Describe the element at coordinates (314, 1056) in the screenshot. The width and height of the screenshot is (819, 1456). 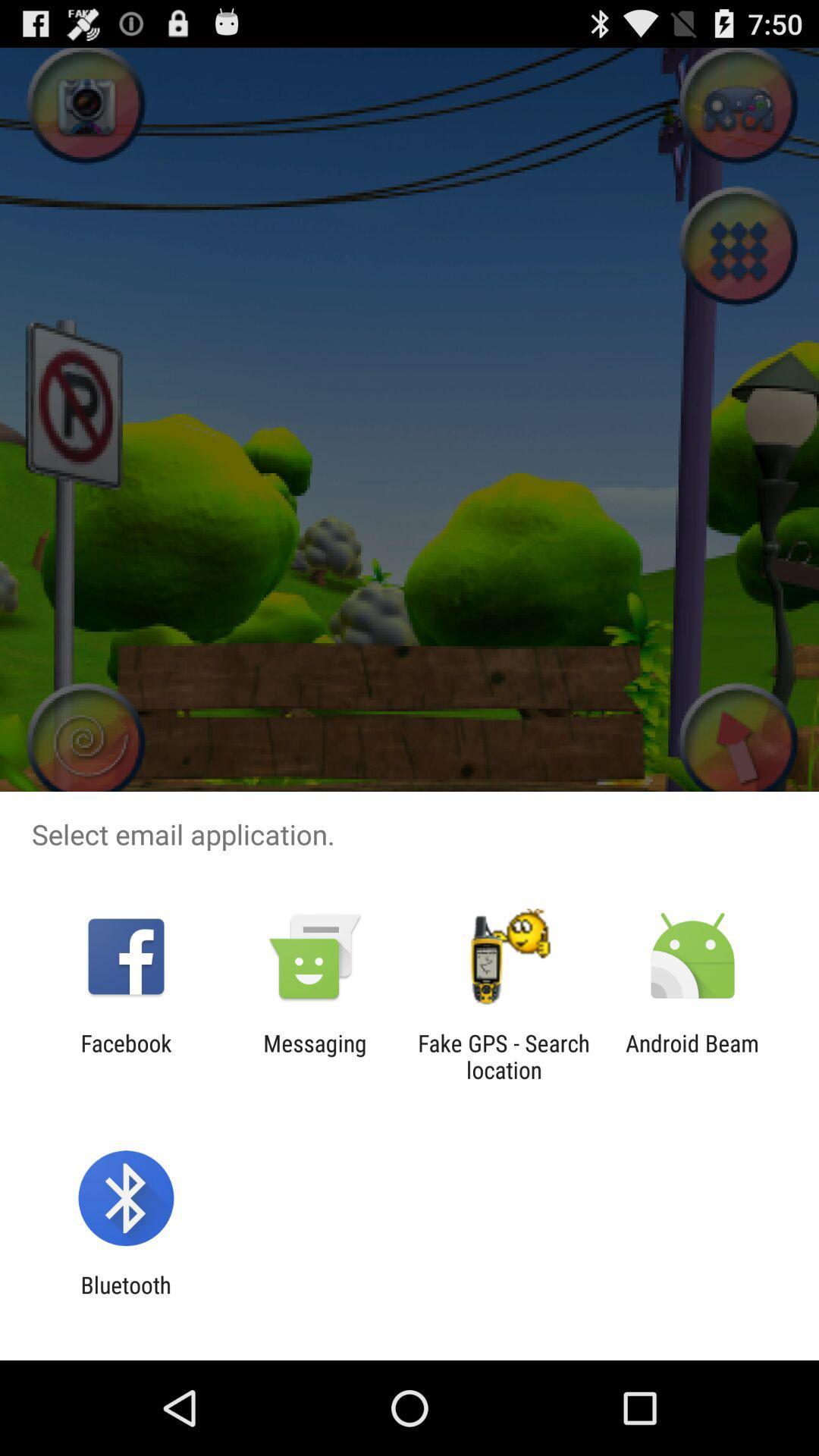
I see `the icon next to the fake gps search` at that location.